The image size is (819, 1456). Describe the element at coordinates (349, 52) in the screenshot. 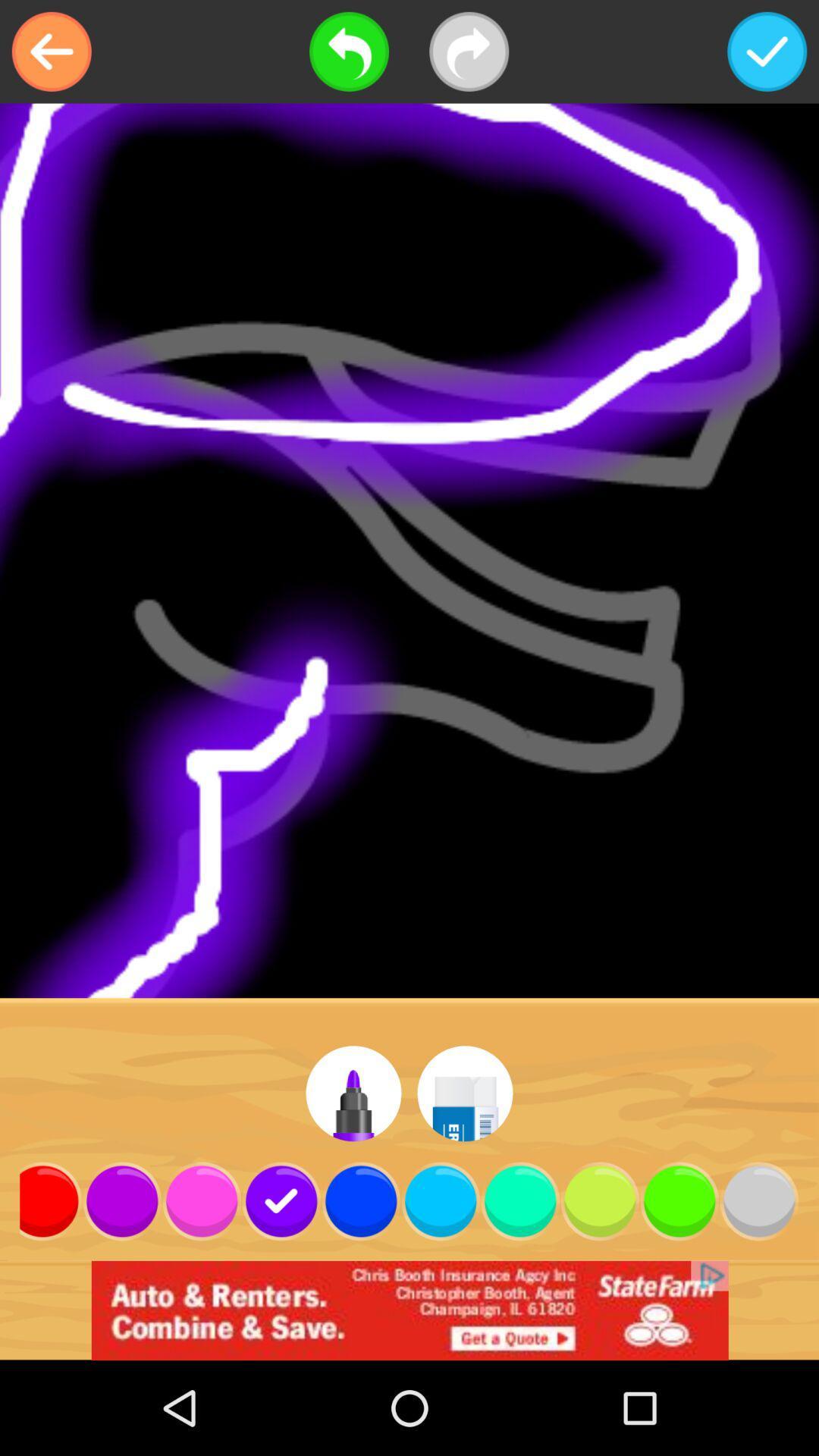

I see `undo` at that location.